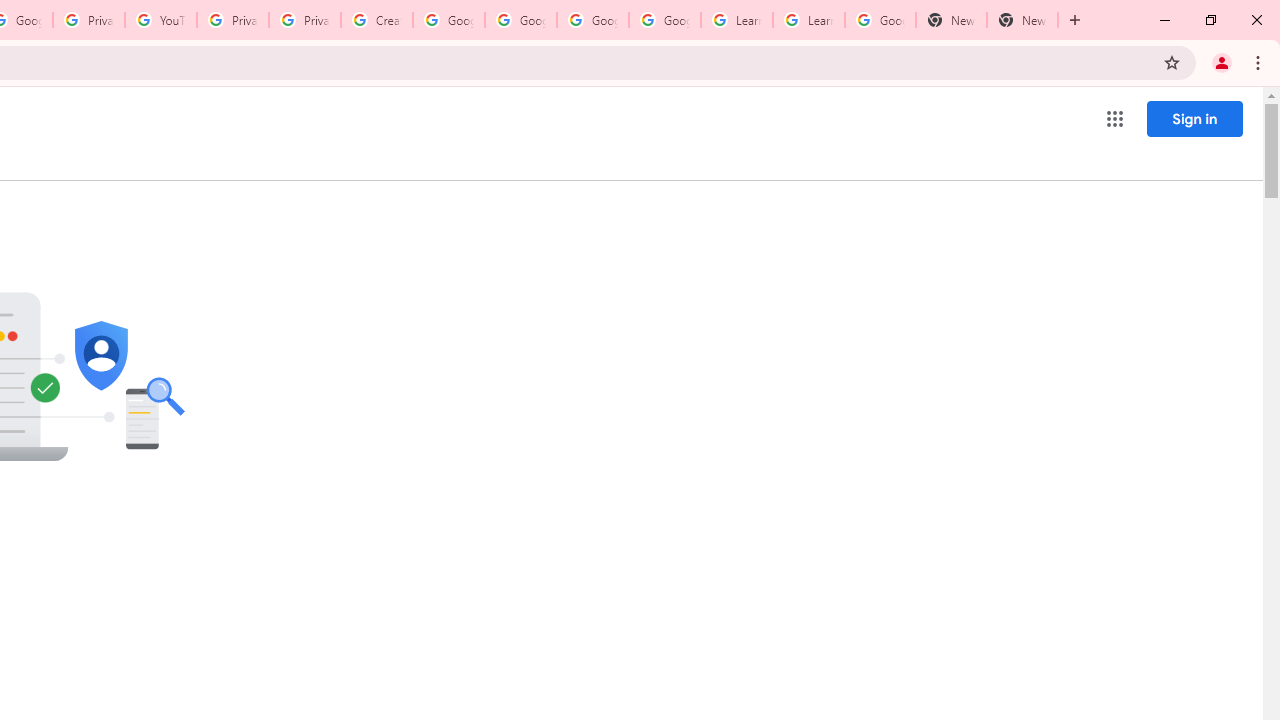 This screenshot has width=1280, height=720. Describe the element at coordinates (1194, 118) in the screenshot. I see `'Sign in'` at that location.